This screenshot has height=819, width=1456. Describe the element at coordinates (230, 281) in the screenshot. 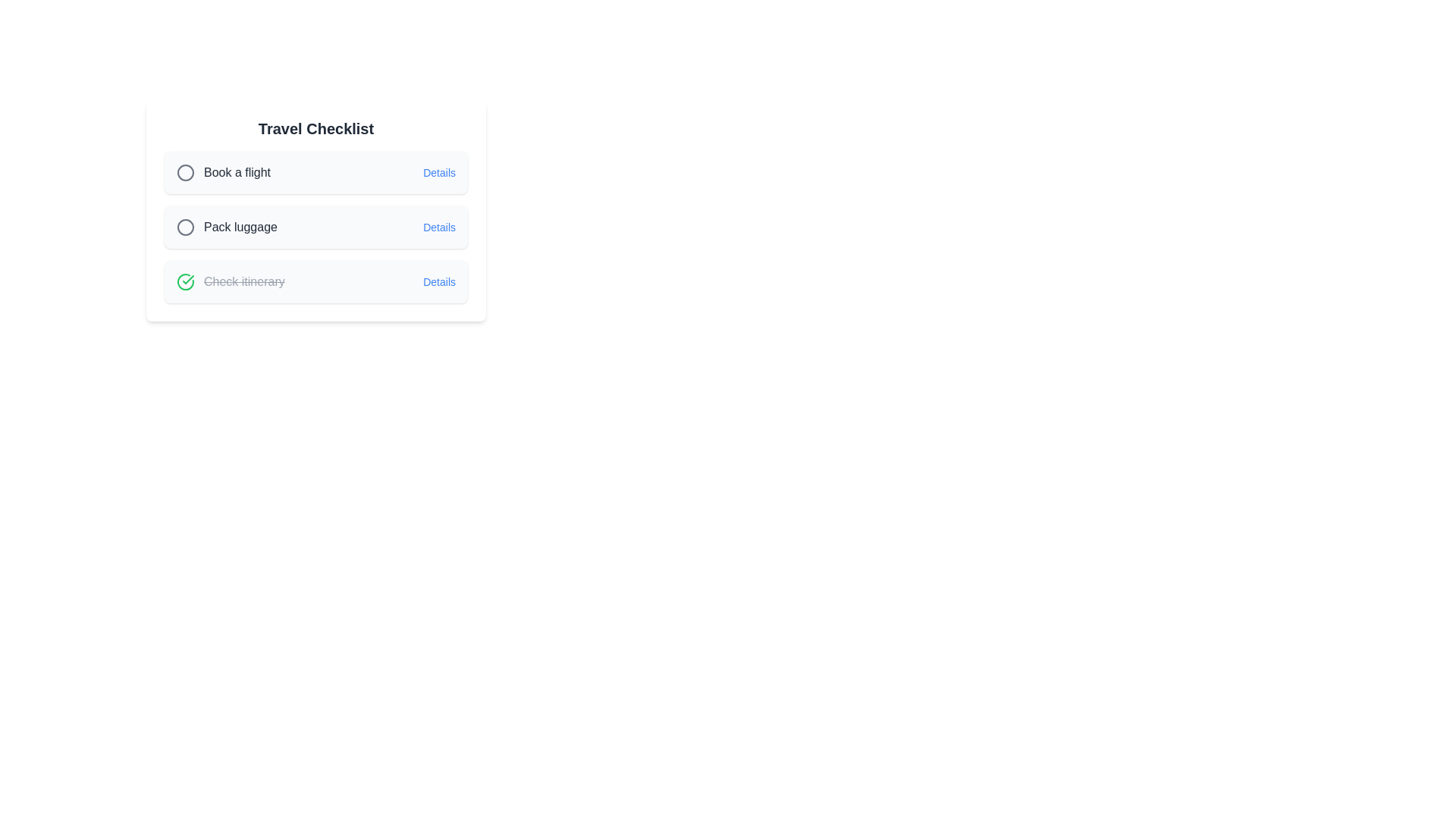

I see `the checkbox icon of the first completed task in the 'Travel Checklist', which visually indicates its completed status` at that location.